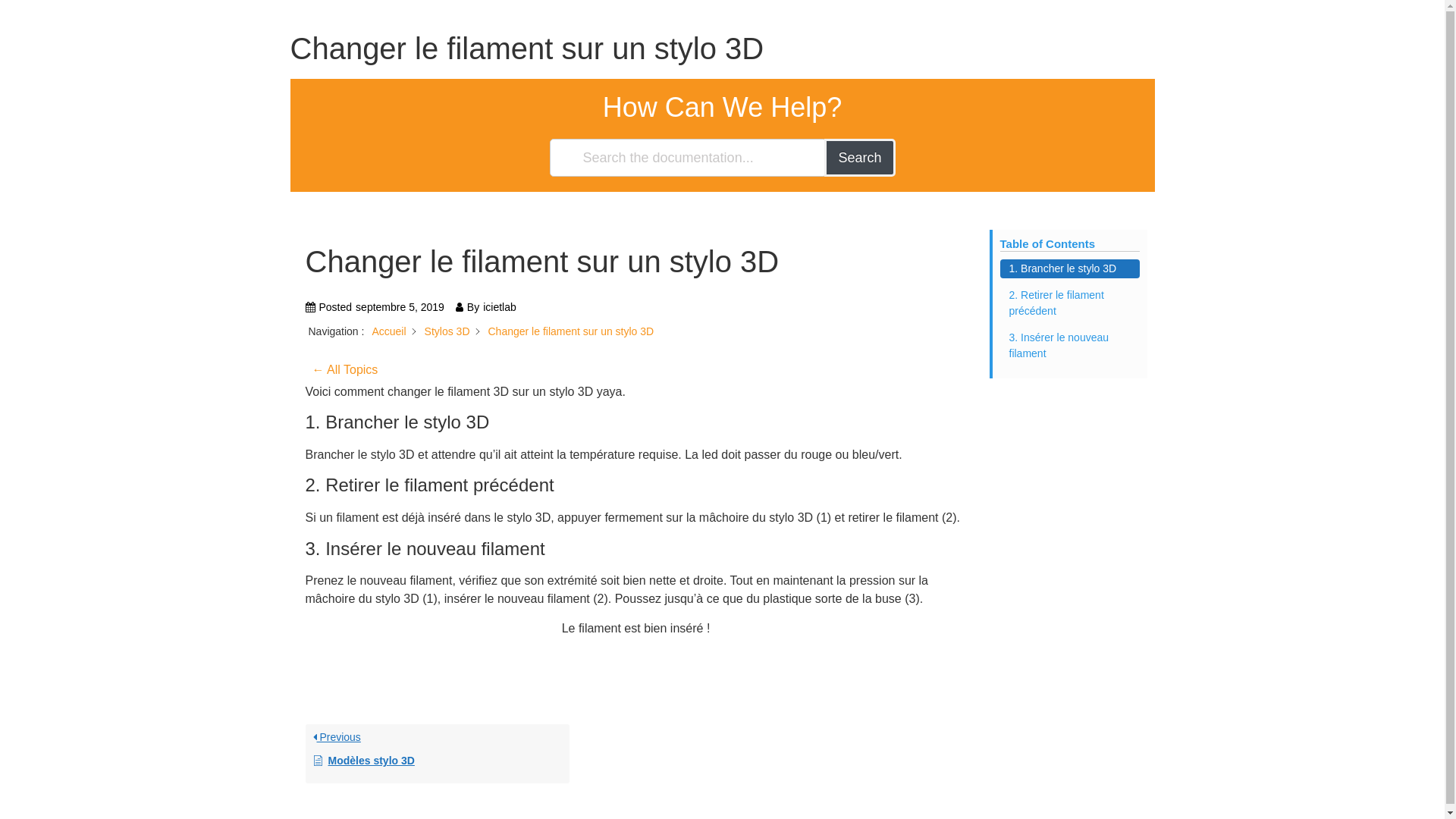 The image size is (1456, 819). I want to click on 'Search', so click(859, 158).